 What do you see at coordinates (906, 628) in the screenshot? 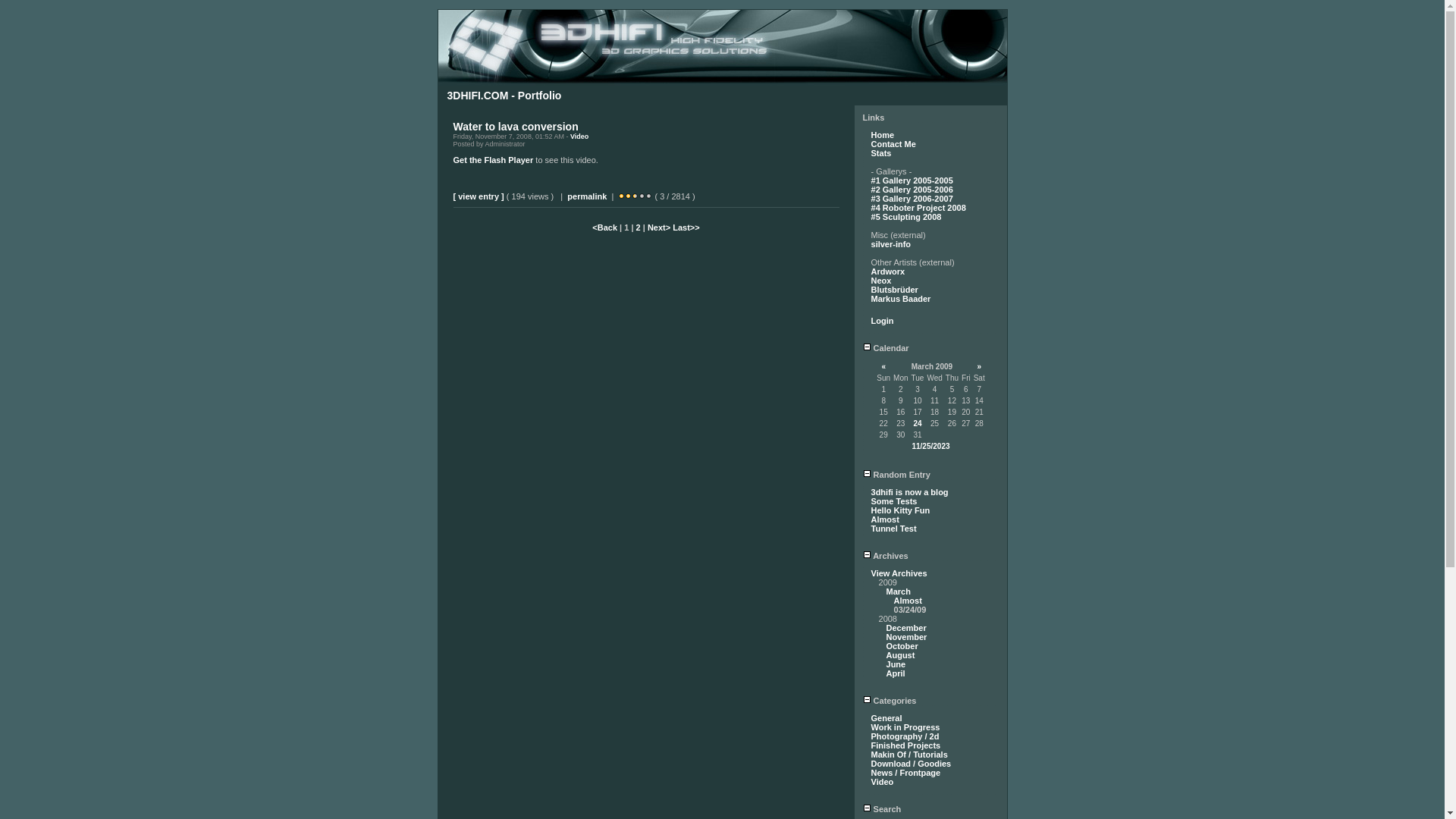
I see `'December'` at bounding box center [906, 628].